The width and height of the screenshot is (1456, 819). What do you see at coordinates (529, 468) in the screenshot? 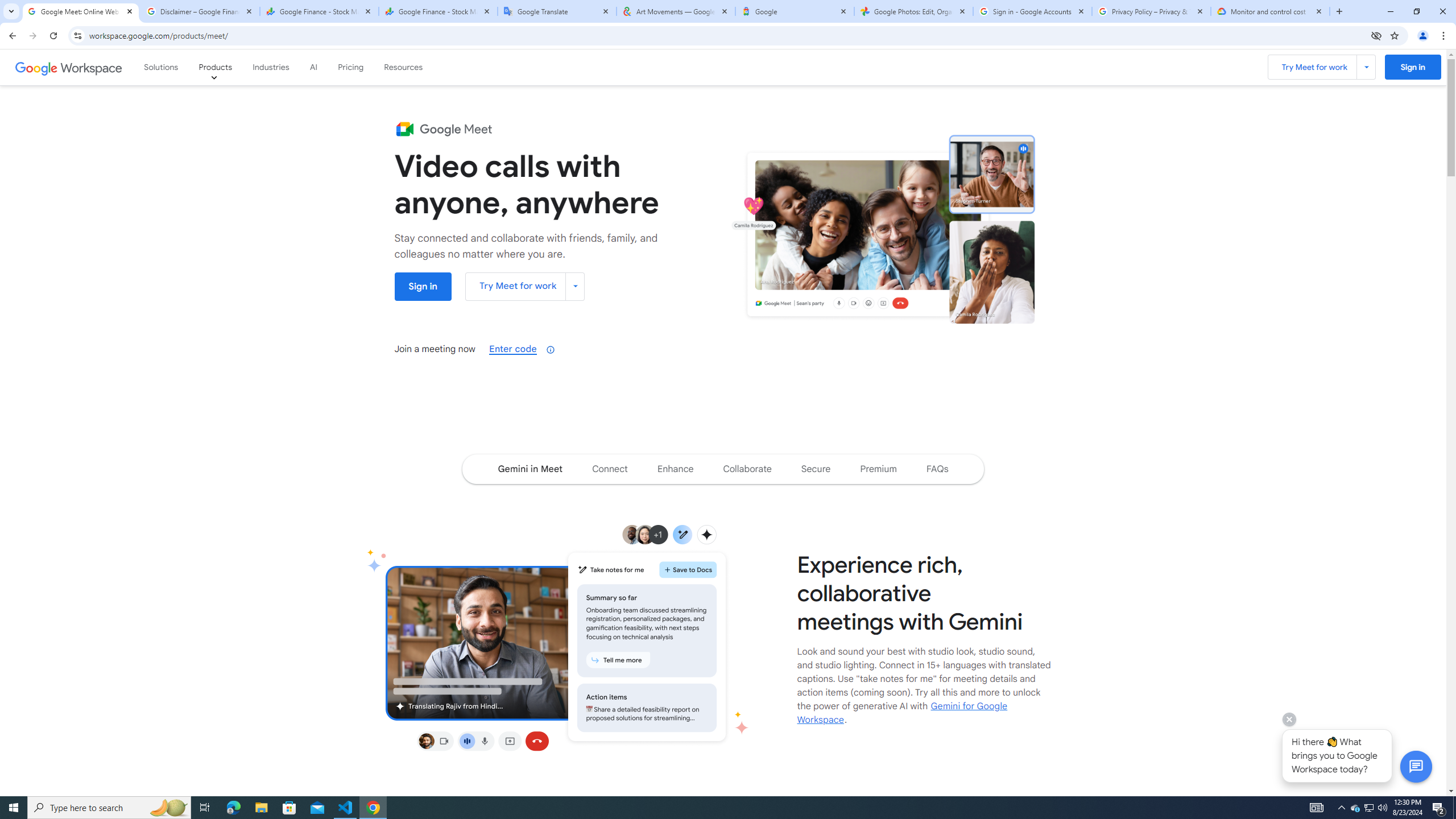
I see `'Navigate to the Gemini in Meet section of the page'` at bounding box center [529, 468].